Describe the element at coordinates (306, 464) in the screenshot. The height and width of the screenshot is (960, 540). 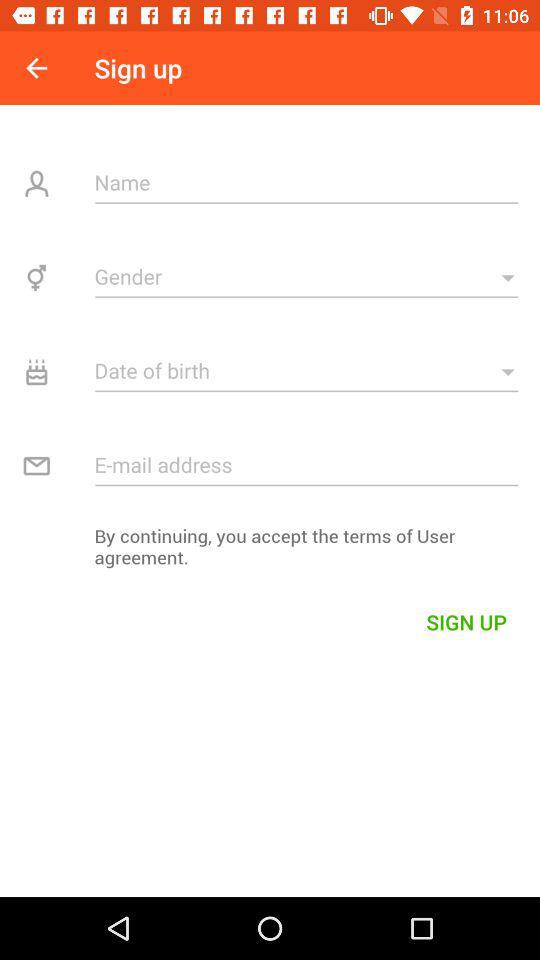
I see `email address field` at that location.